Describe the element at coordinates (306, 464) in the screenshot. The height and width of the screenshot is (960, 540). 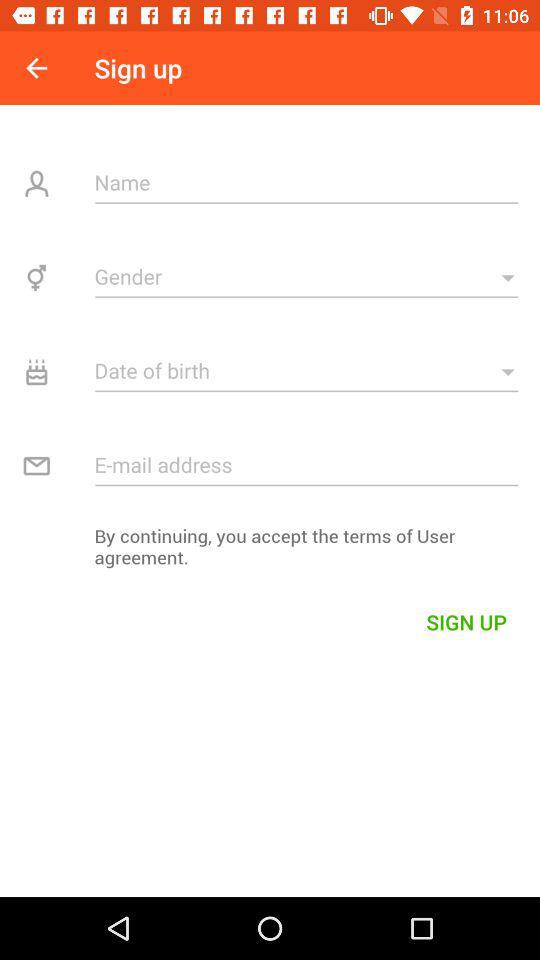
I see `email address field` at that location.